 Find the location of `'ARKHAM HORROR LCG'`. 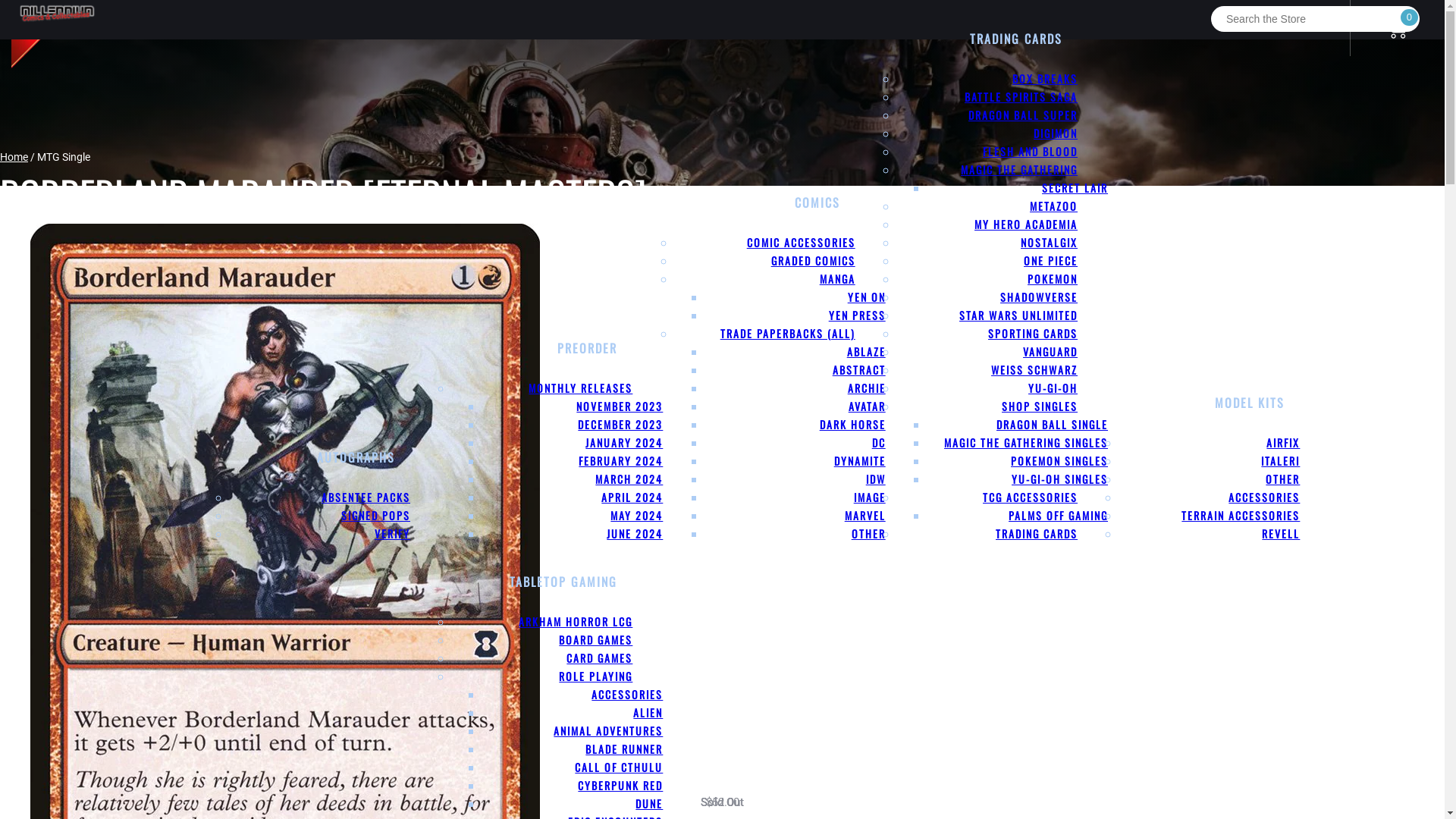

'ARKHAM HORROR LCG' is located at coordinates (574, 621).